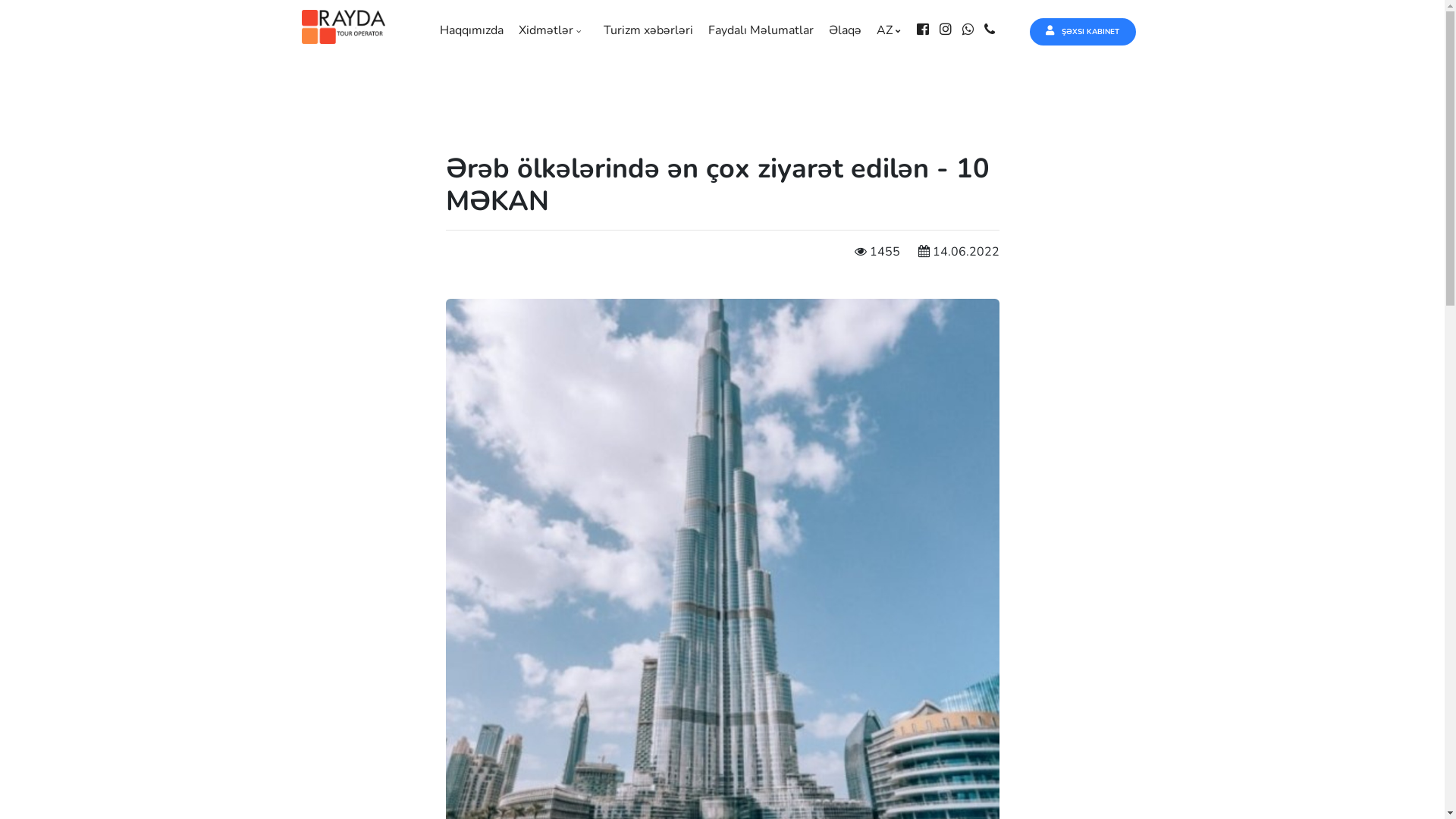 The height and width of the screenshot is (819, 1456). Describe the element at coordinates (949, 30) in the screenshot. I see `'instagram'` at that location.